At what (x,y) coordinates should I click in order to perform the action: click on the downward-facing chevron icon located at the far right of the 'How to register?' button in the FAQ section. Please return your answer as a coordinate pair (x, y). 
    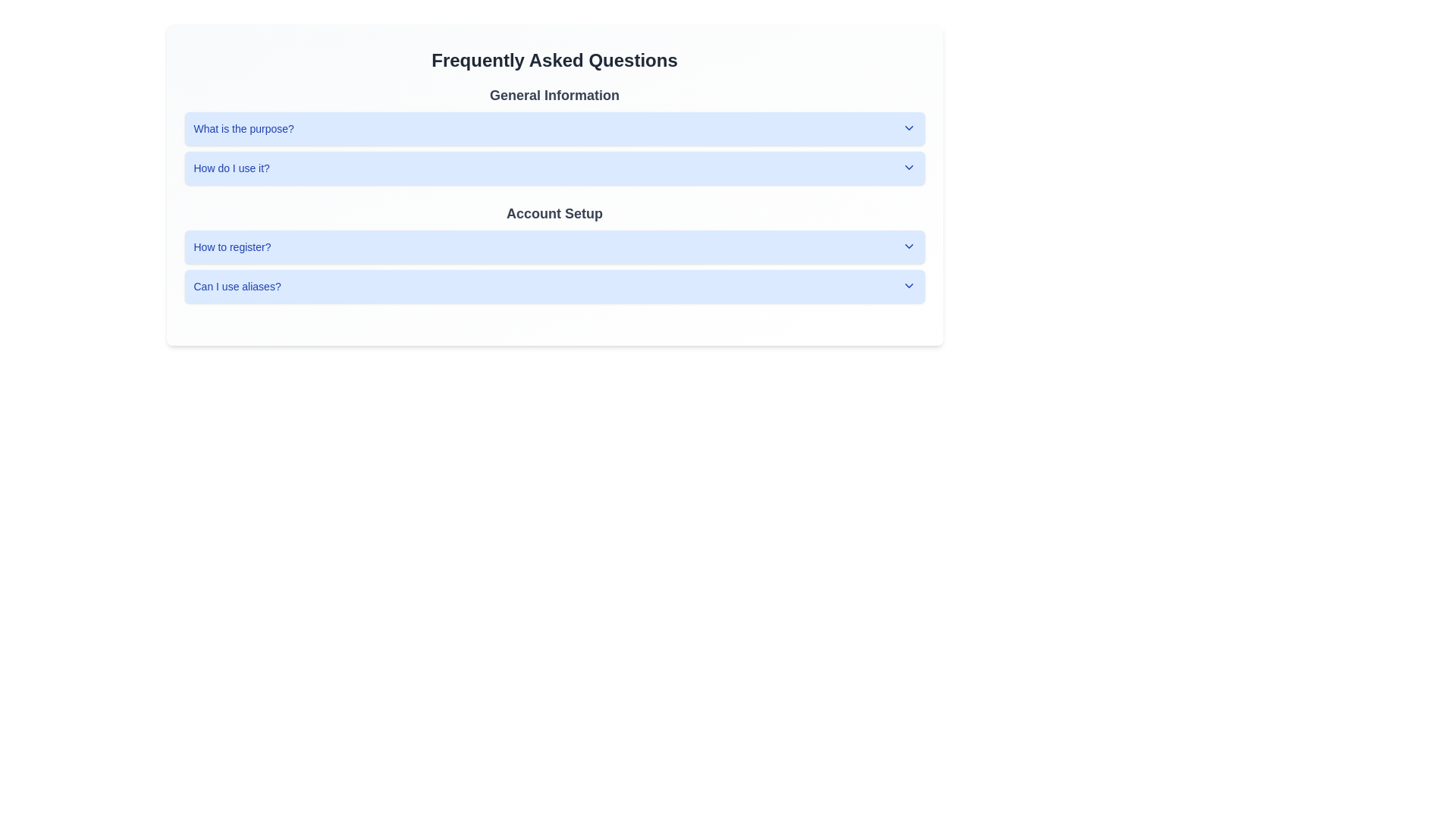
    Looking at the image, I should click on (908, 245).